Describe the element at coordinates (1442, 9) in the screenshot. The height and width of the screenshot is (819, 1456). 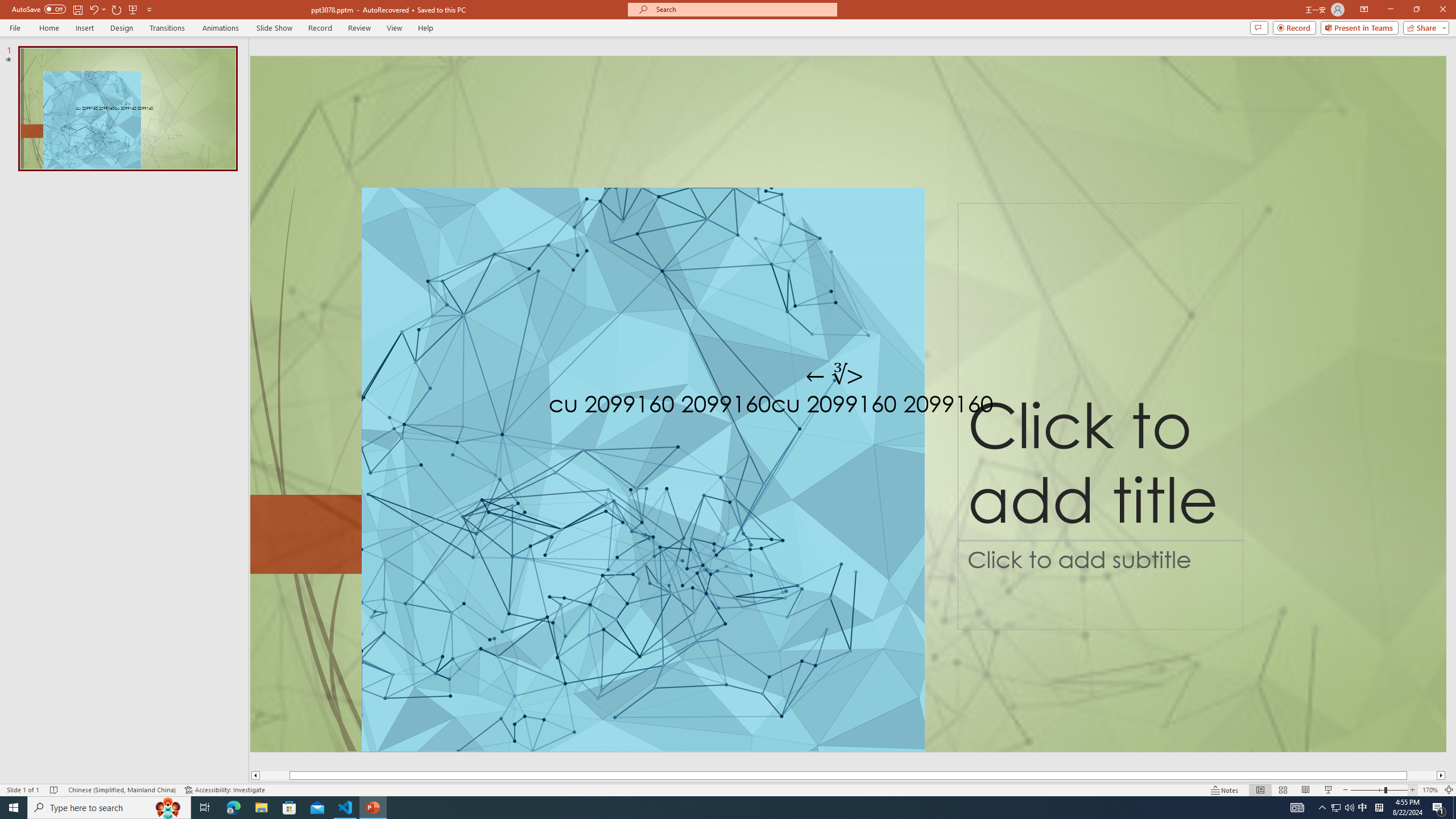
I see `'Close'` at that location.